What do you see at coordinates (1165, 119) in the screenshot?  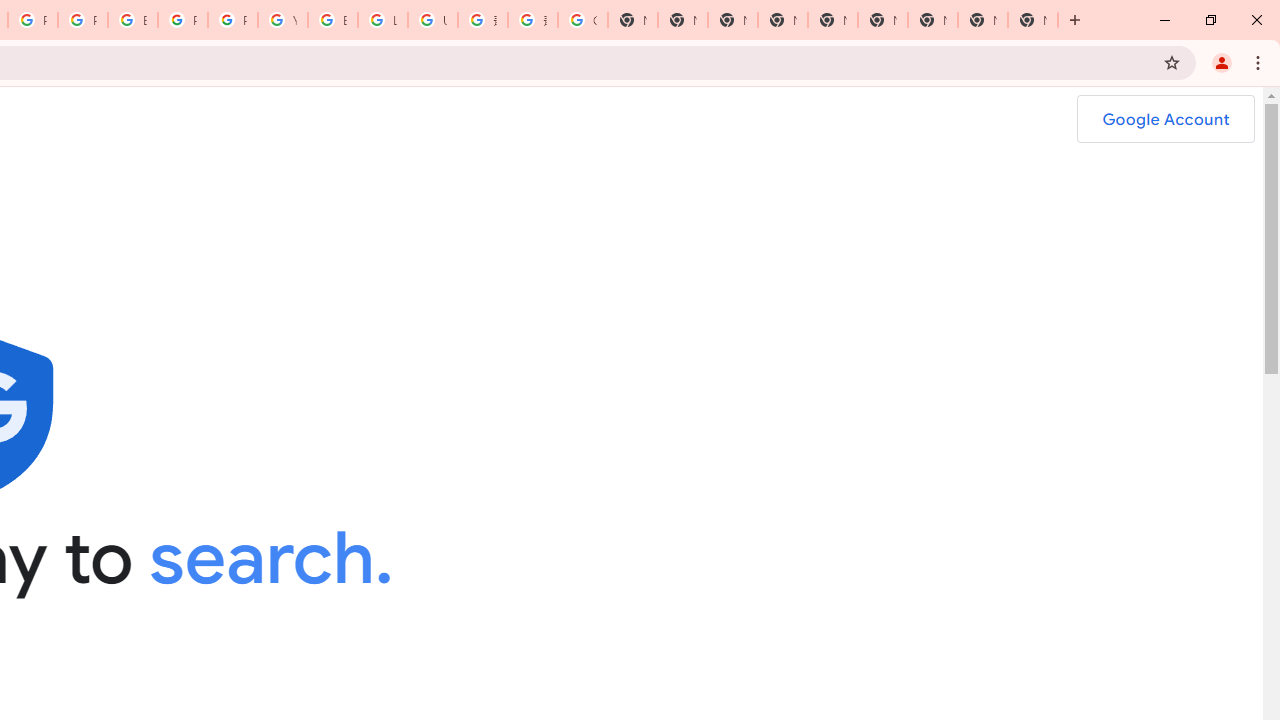 I see `'Google Account'` at bounding box center [1165, 119].